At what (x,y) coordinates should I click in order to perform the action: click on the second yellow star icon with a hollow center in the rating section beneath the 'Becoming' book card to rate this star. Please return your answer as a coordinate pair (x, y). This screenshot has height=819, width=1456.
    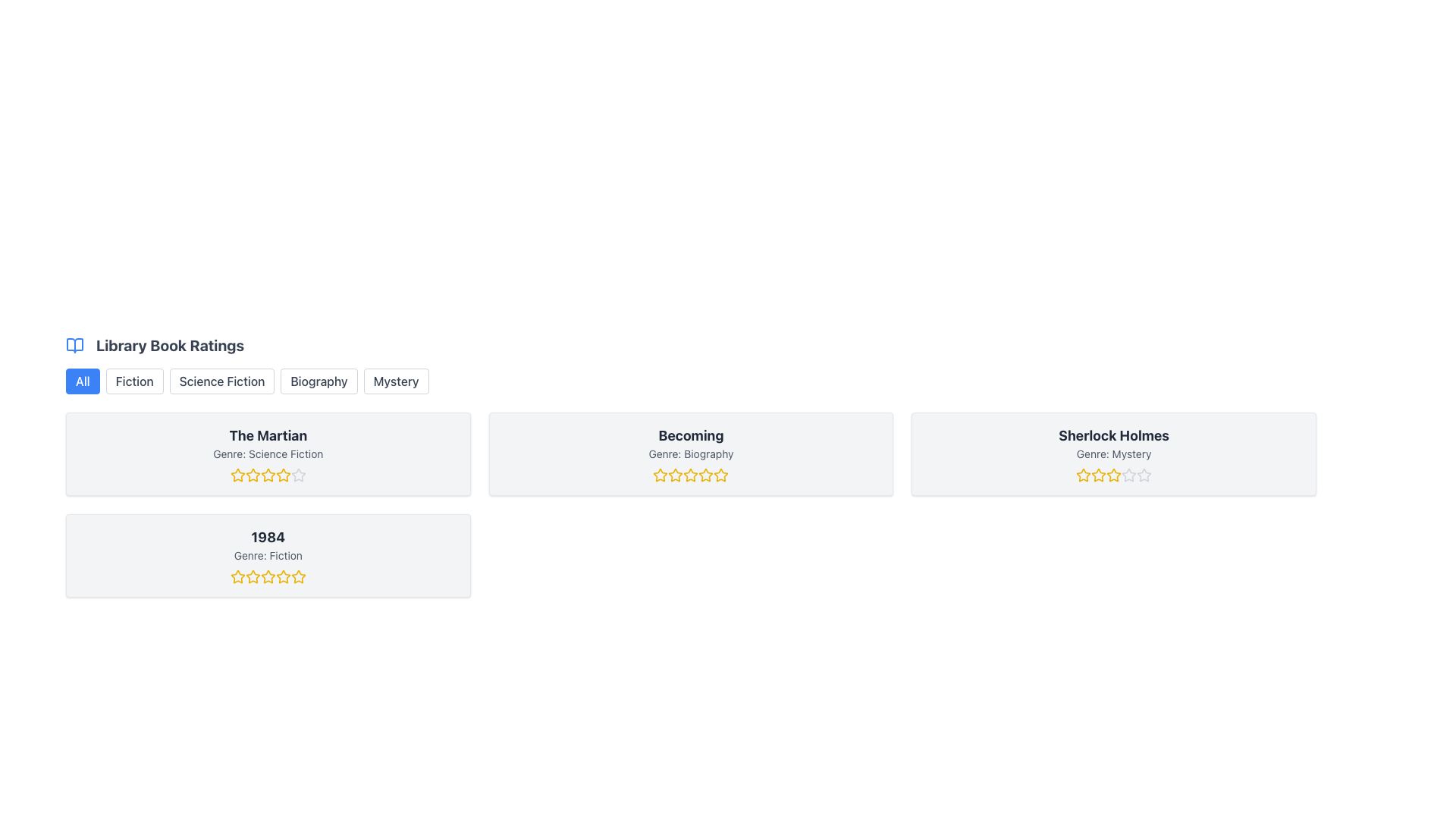
    Looking at the image, I should click on (661, 475).